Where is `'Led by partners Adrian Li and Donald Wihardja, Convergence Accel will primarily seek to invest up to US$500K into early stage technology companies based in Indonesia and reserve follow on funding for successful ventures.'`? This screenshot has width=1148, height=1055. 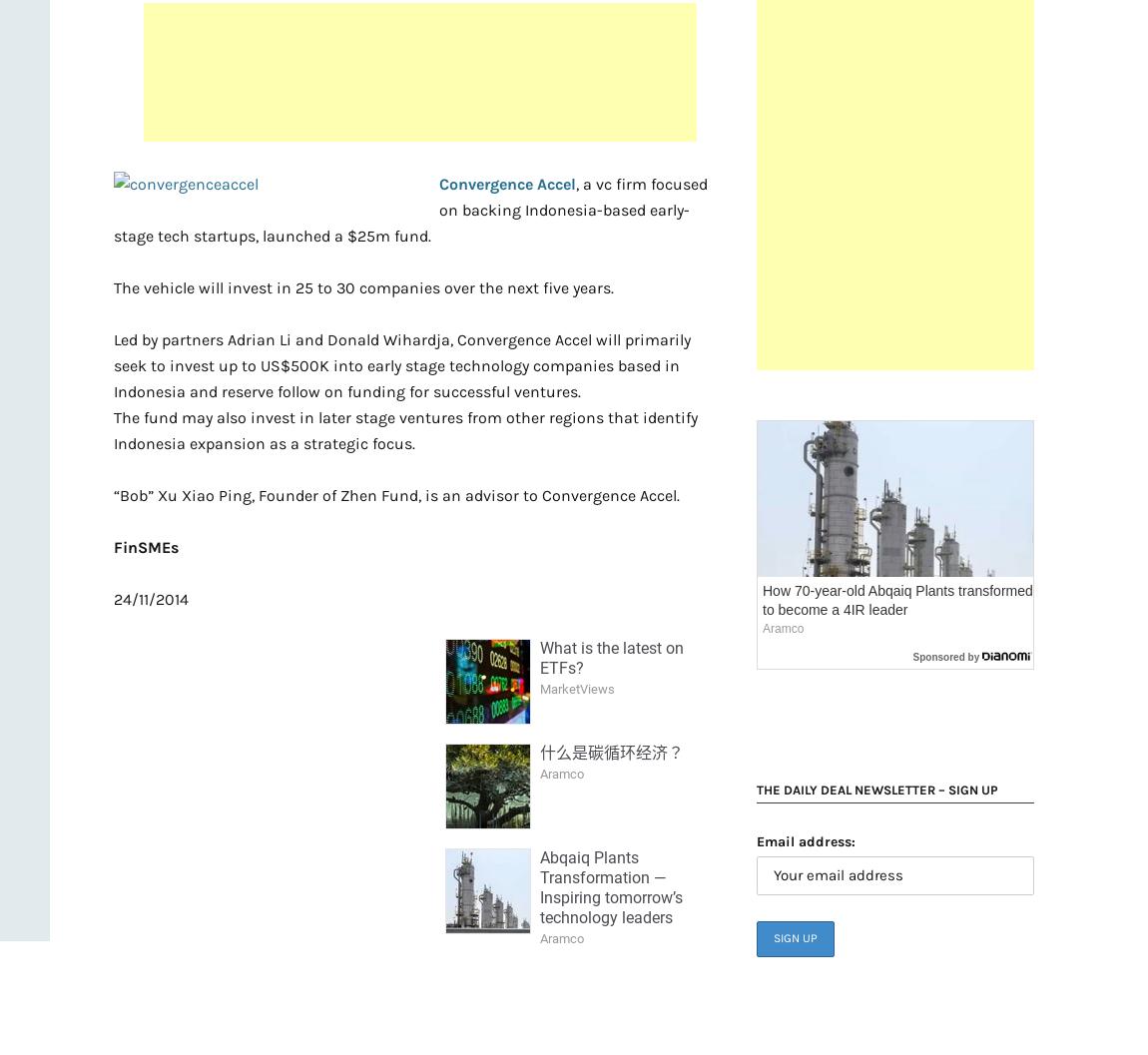
'Led by partners Adrian Li and Donald Wihardja, Convergence Accel will primarily seek to invest up to US$500K into early stage technology companies based in Indonesia and reserve follow on funding for successful ventures.' is located at coordinates (112, 365).